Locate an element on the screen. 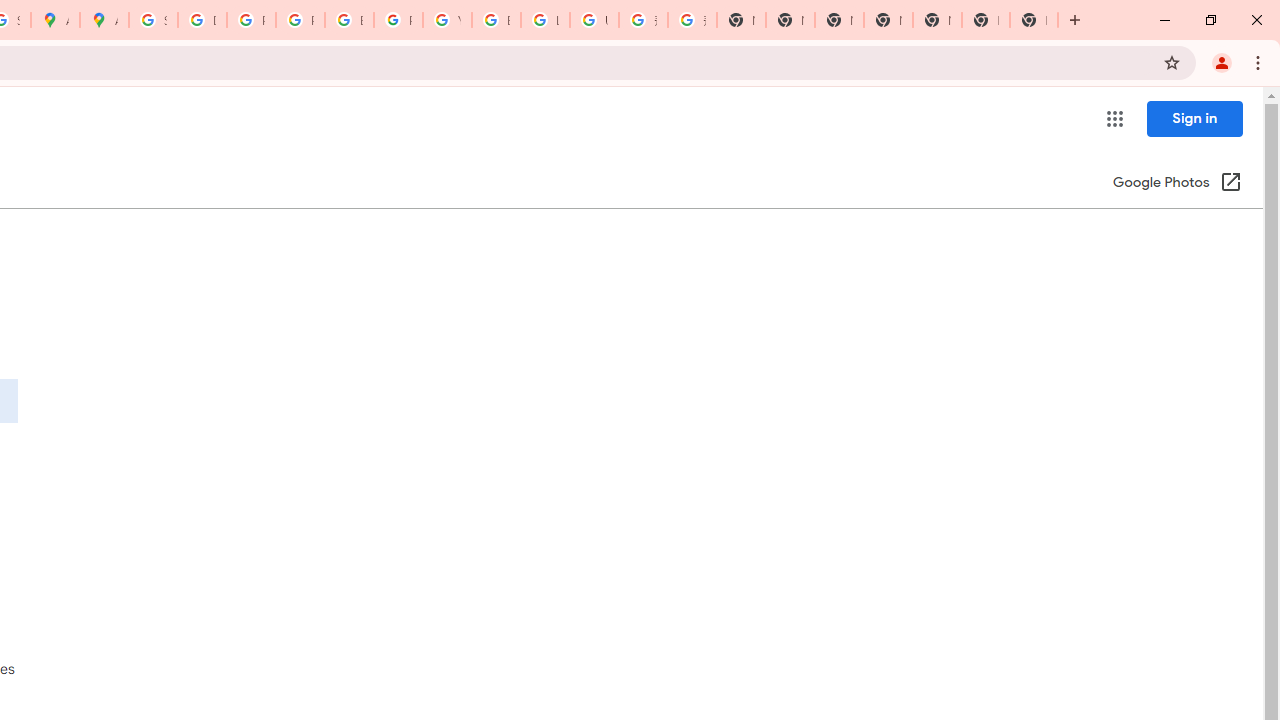 This screenshot has width=1280, height=720. 'YouTube' is located at coordinates (446, 20).